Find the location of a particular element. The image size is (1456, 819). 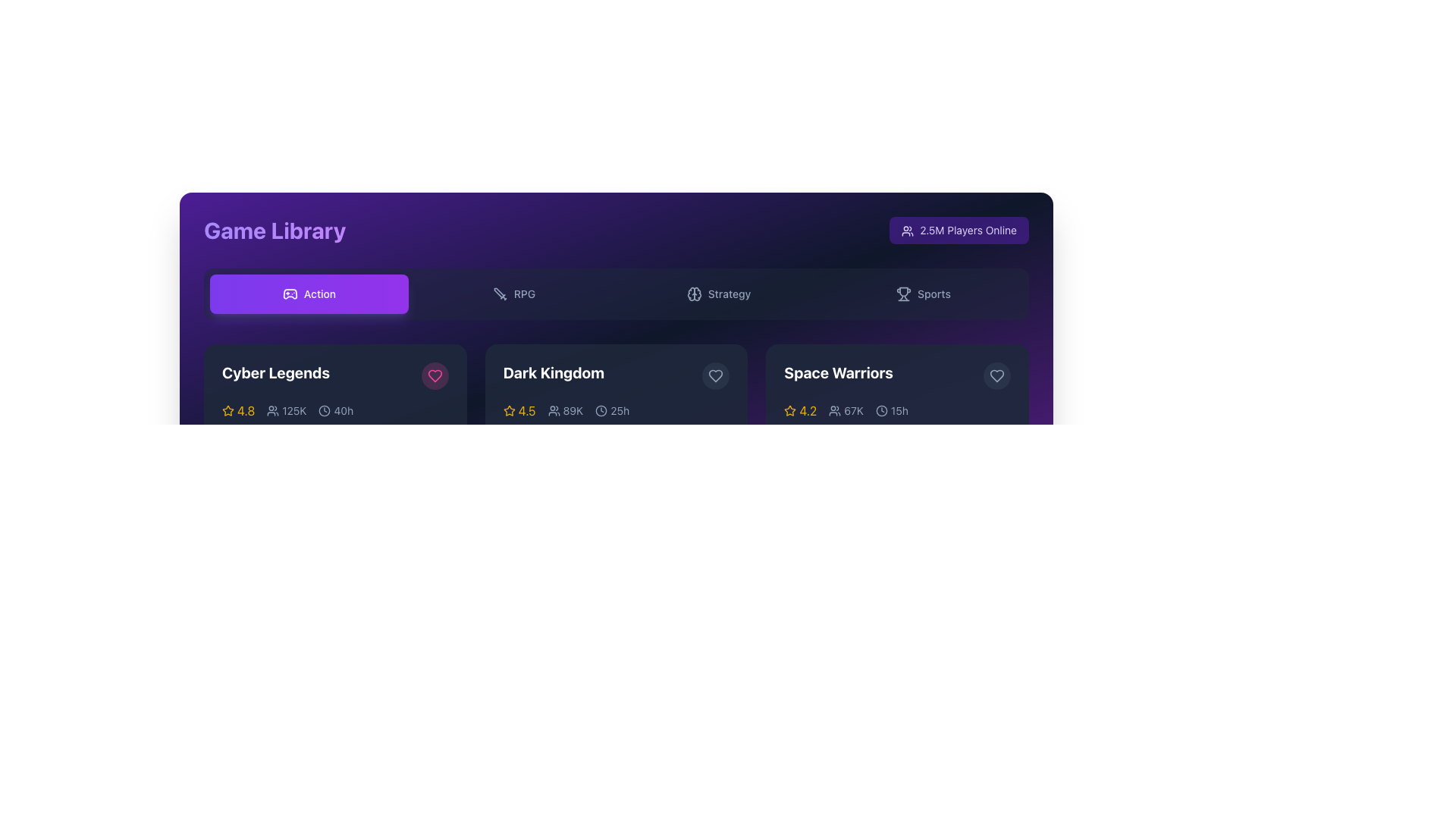

the non-interactive timestamp indicator displaying '15h' with a clock icon, which is located to the right of a user count display ('67K') is located at coordinates (892, 411).